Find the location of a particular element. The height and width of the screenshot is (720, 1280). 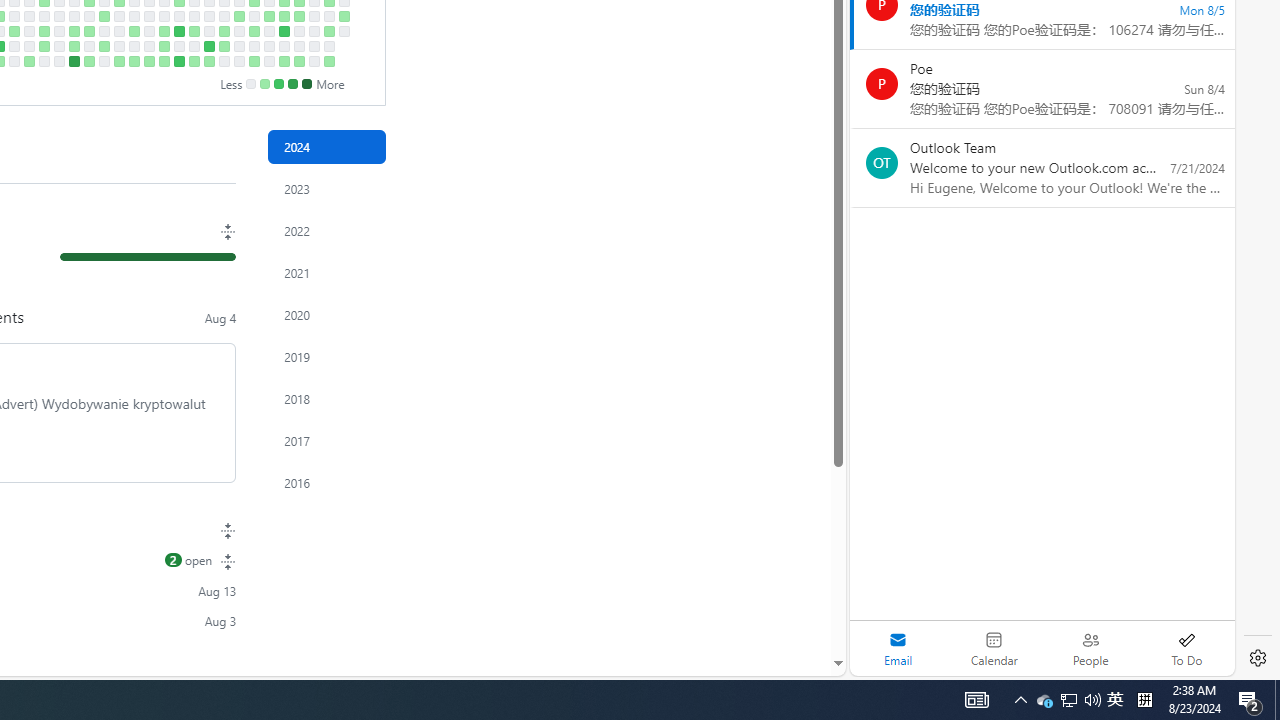

'2018' is located at coordinates (327, 399).